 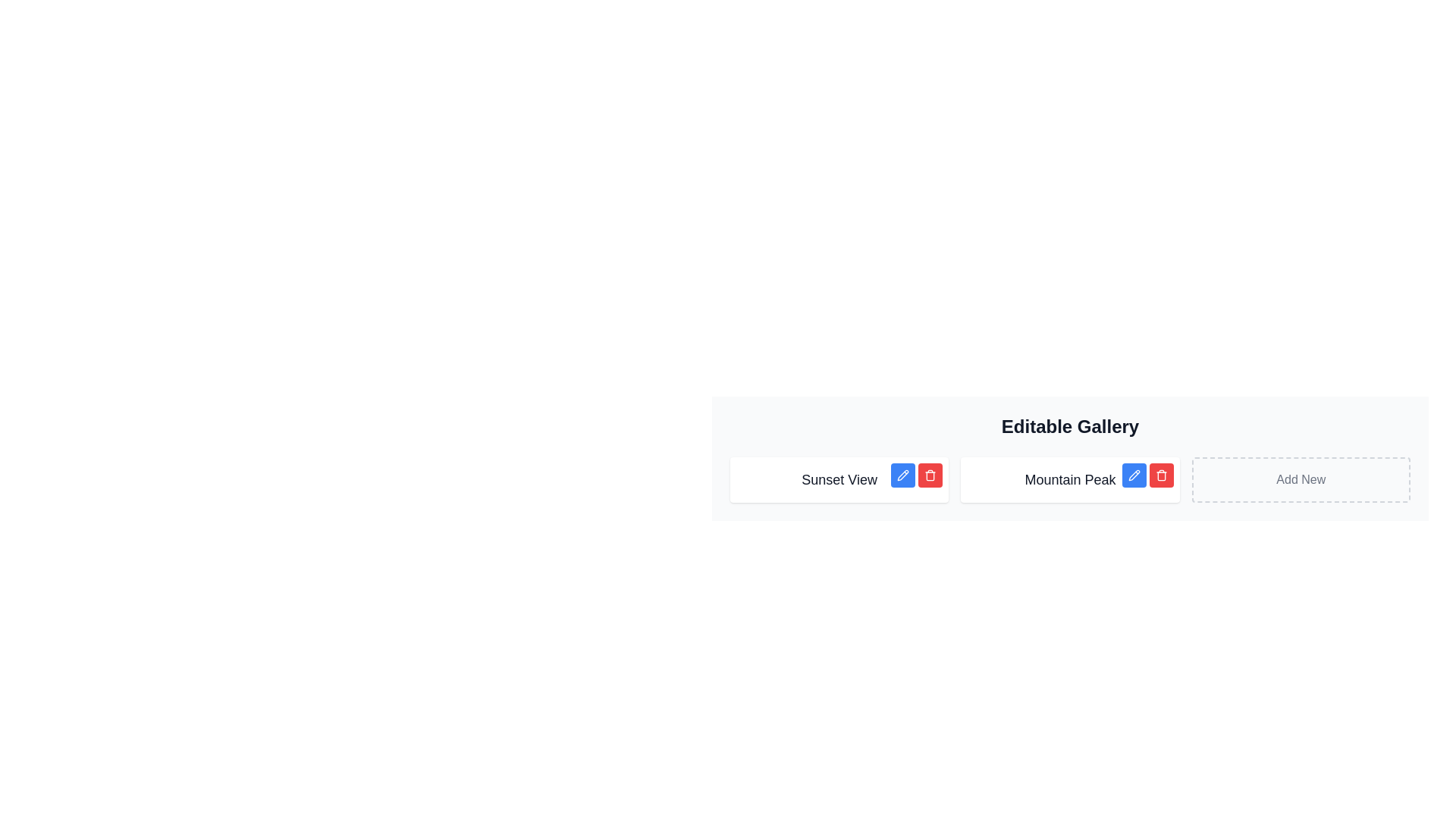 I want to click on the editing button located within the 'Editable Gallery' layout, which is positioned to the right of the label 'Mountain Peak' and left of the red trash can button, so click(x=1134, y=475).